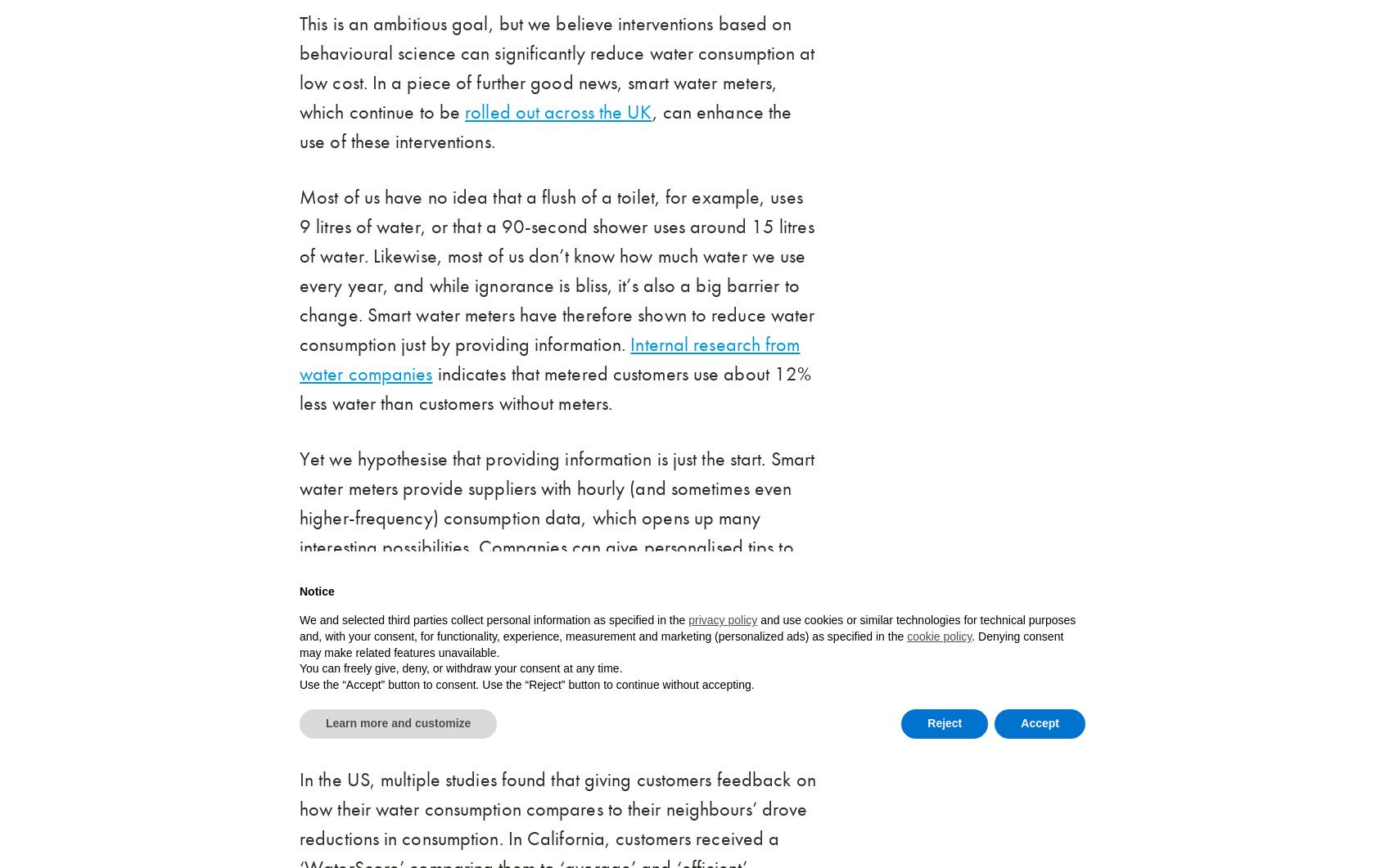  Describe the element at coordinates (526, 683) in the screenshot. I see `'Use the “Accept” button to consent. Use the “Reject” button to continue without accepting.'` at that location.